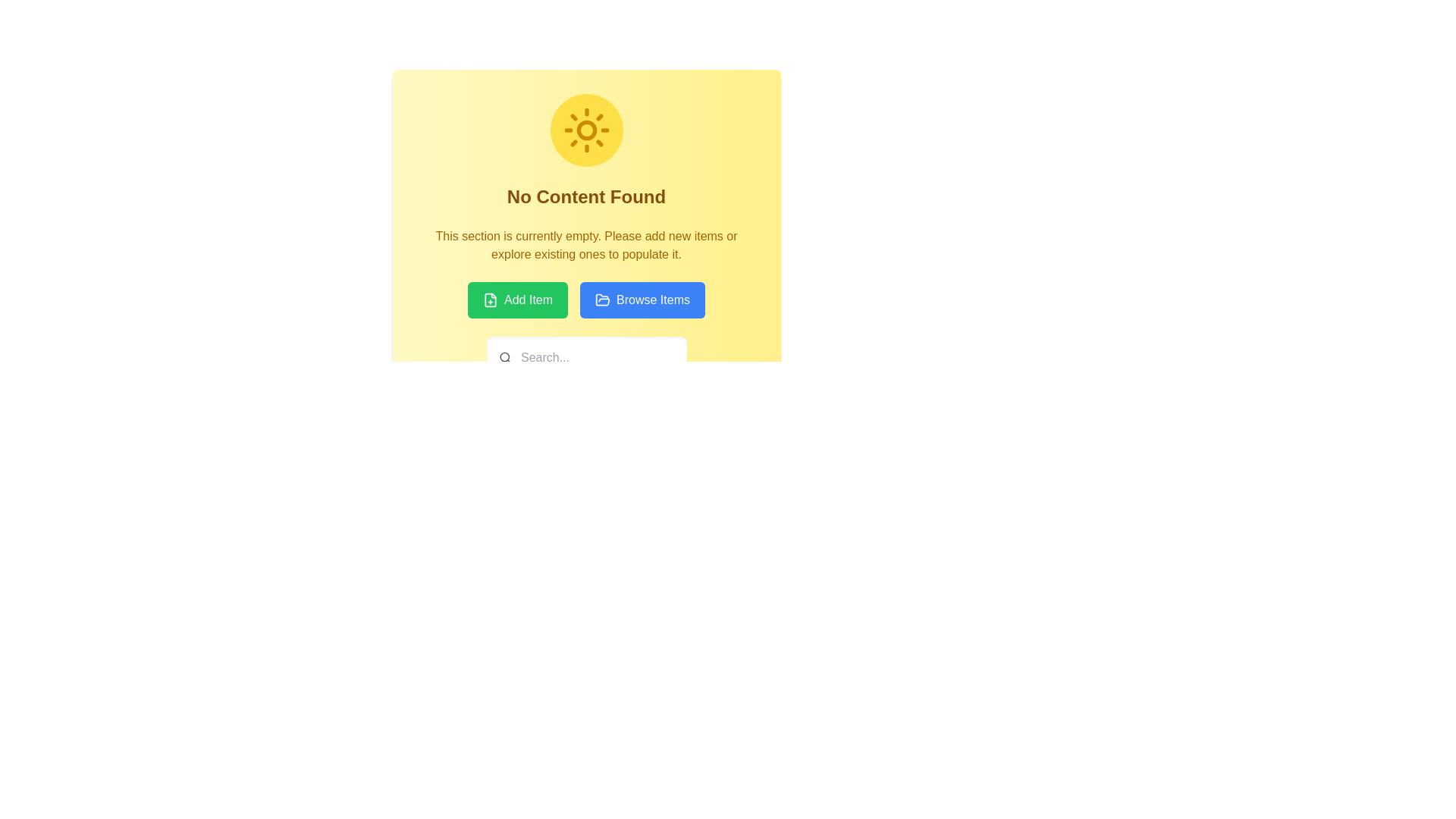 This screenshot has height=819, width=1456. I want to click on the circular sun icon located near the top center of the interface, which features a yellow shade and radiating lines, part of a section with a 'No Content Found' message, so click(585, 130).